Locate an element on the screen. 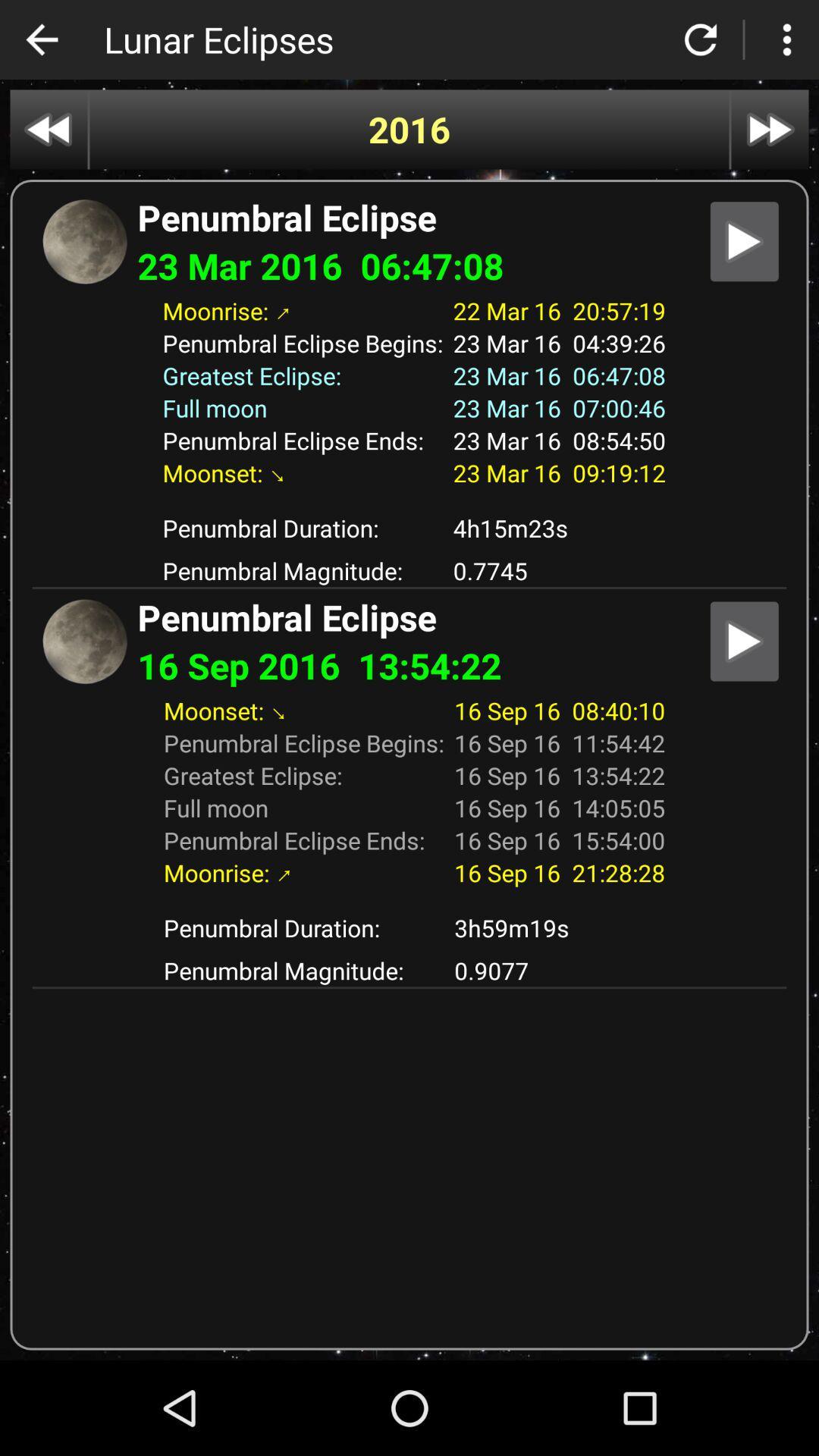  the video is located at coordinates (743, 240).